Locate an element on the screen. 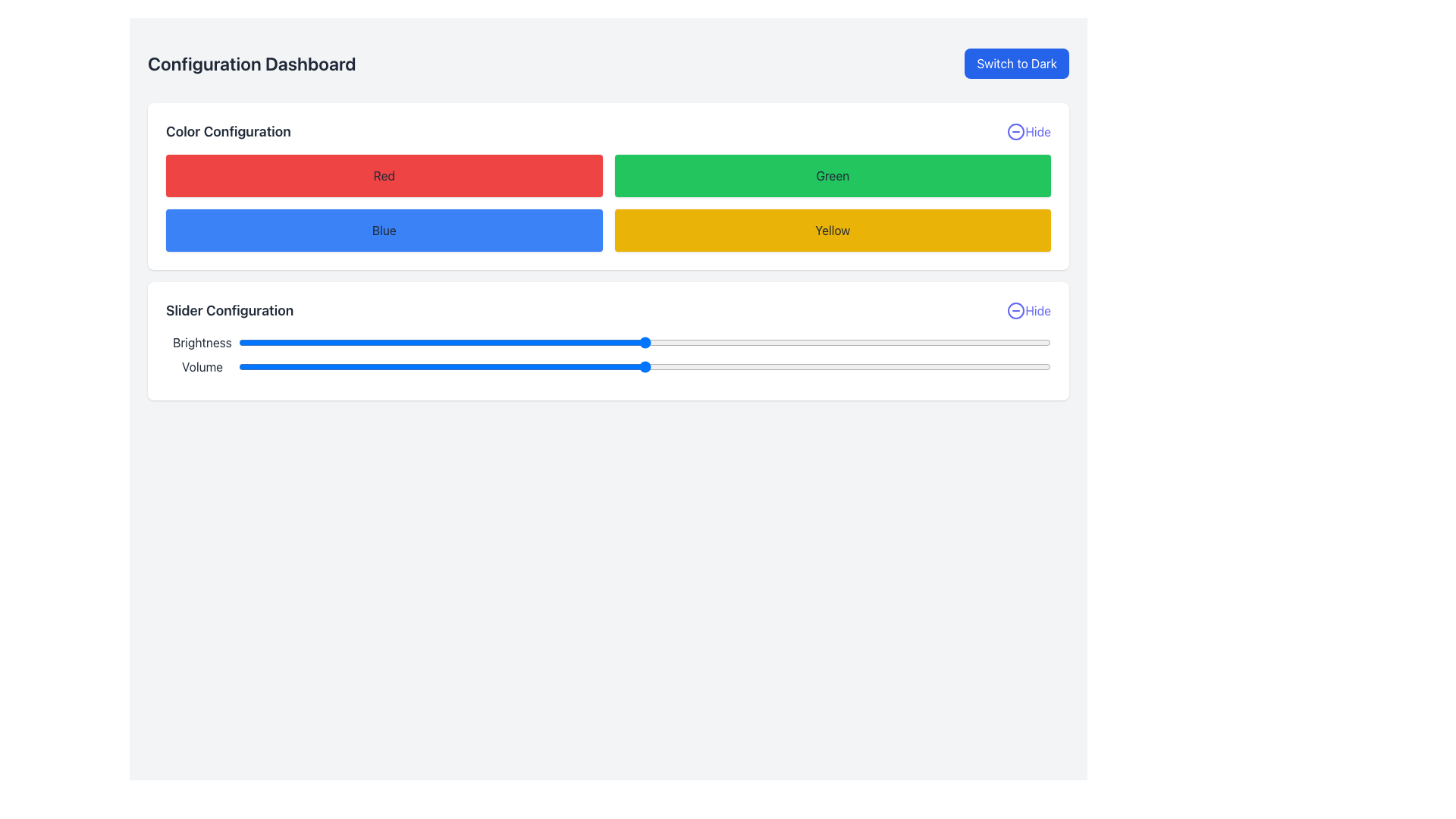 The image size is (1456, 819). volume is located at coordinates (905, 366).